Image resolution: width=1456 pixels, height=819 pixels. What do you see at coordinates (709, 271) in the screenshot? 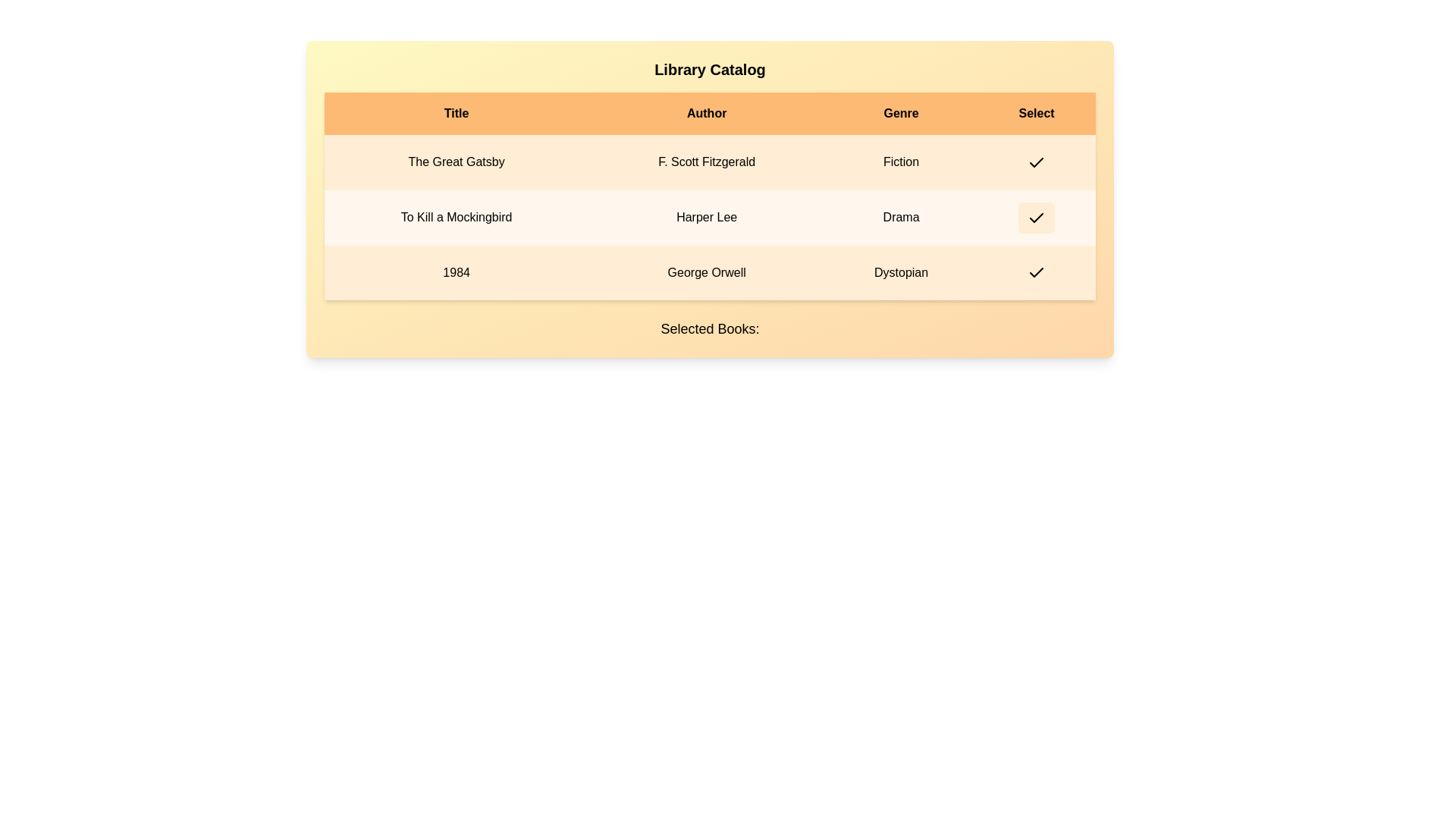
I see `the third row in the table that contains the book '1984' by George Orwell, which has a light orange background and includes a clickable checkmark icon for highlighting` at bounding box center [709, 271].